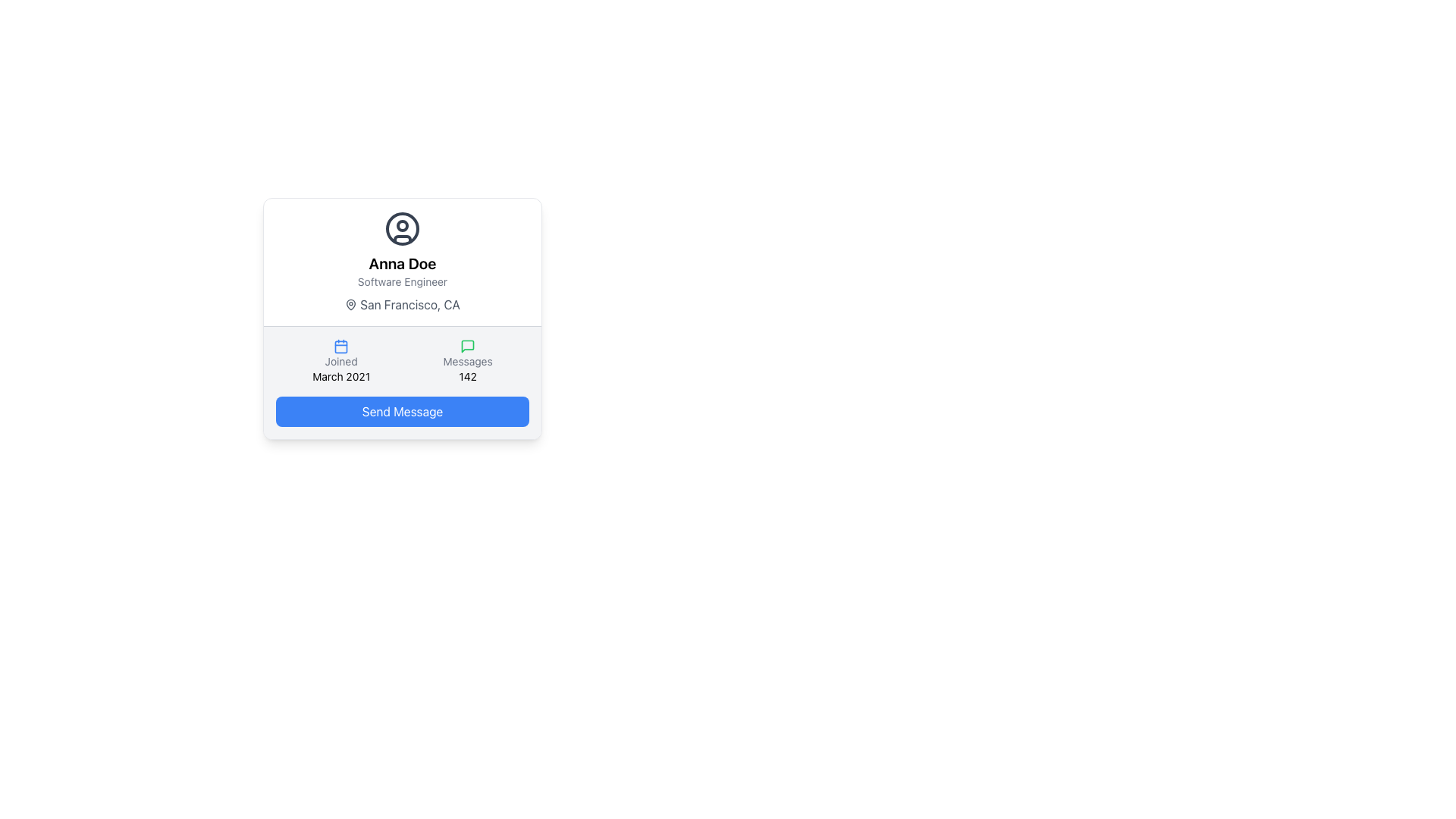 The height and width of the screenshot is (819, 1456). What do you see at coordinates (340, 346) in the screenshot?
I see `the visual indicator icon located to the left of the text 'Joined' in the 'Joined March 2021' section of the profile card` at bounding box center [340, 346].